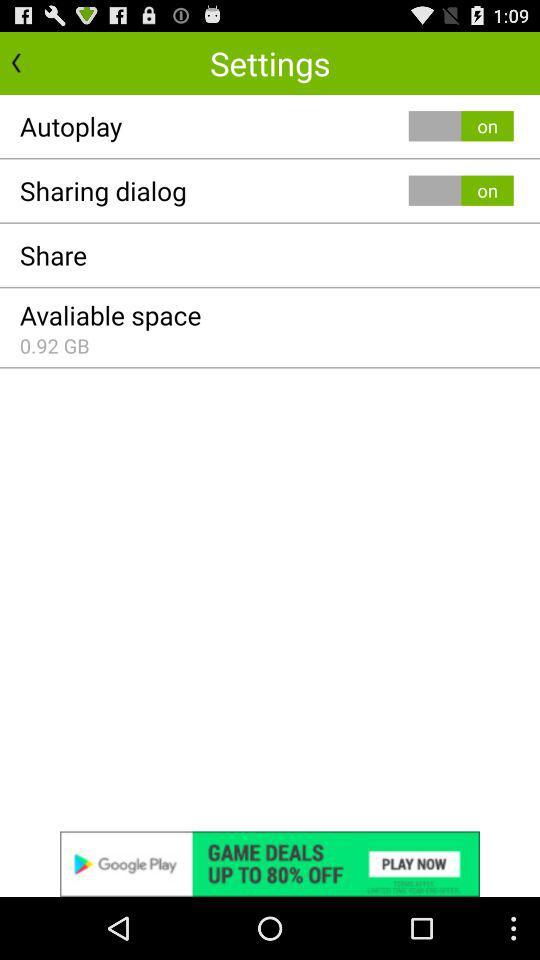  I want to click on go back, so click(36, 62).